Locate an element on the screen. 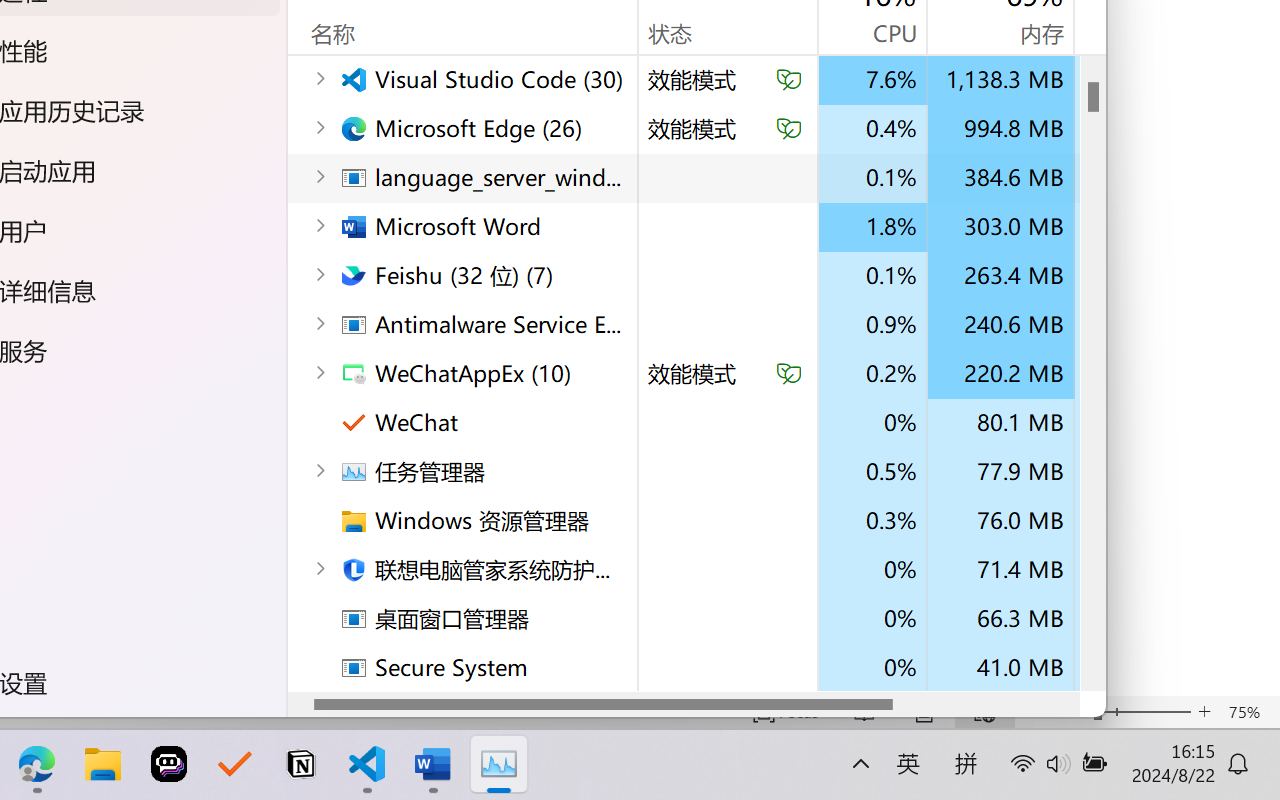  'Notion' is located at coordinates (299, 764).